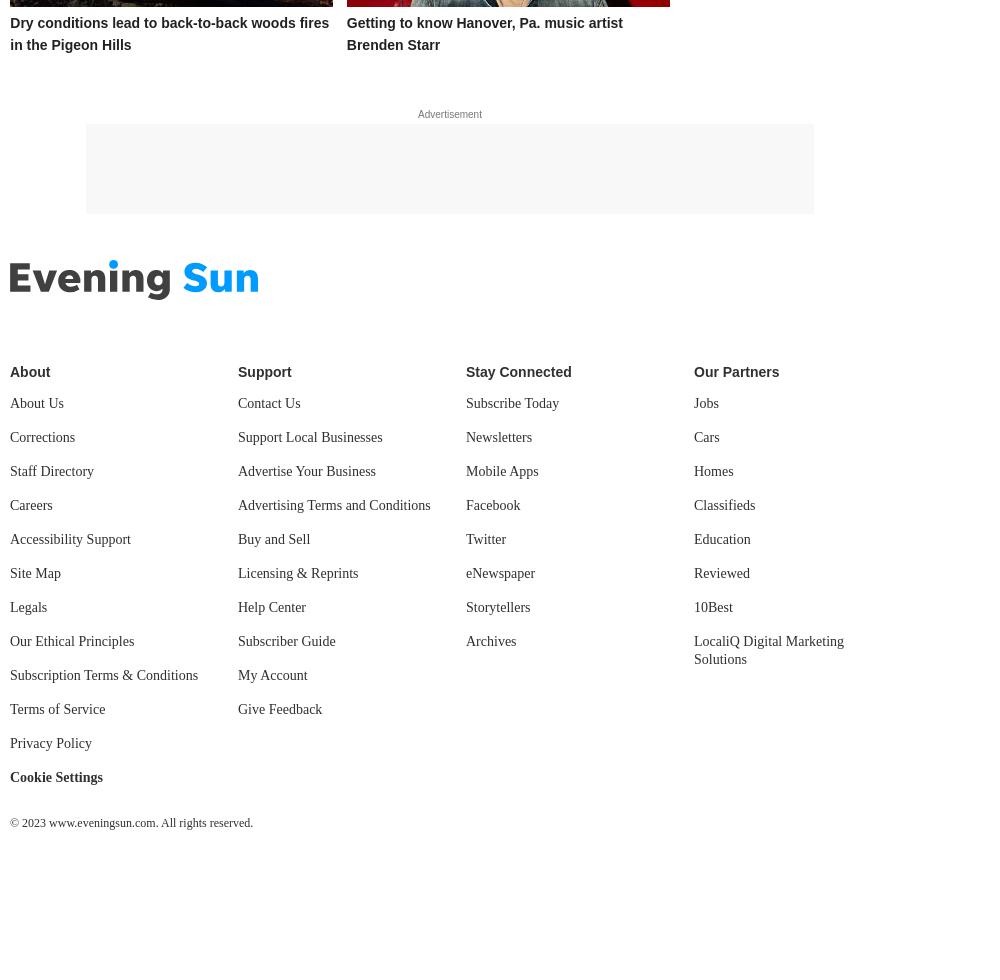 This screenshot has width=1000, height=980. I want to click on 'Classifieds', so click(723, 503).